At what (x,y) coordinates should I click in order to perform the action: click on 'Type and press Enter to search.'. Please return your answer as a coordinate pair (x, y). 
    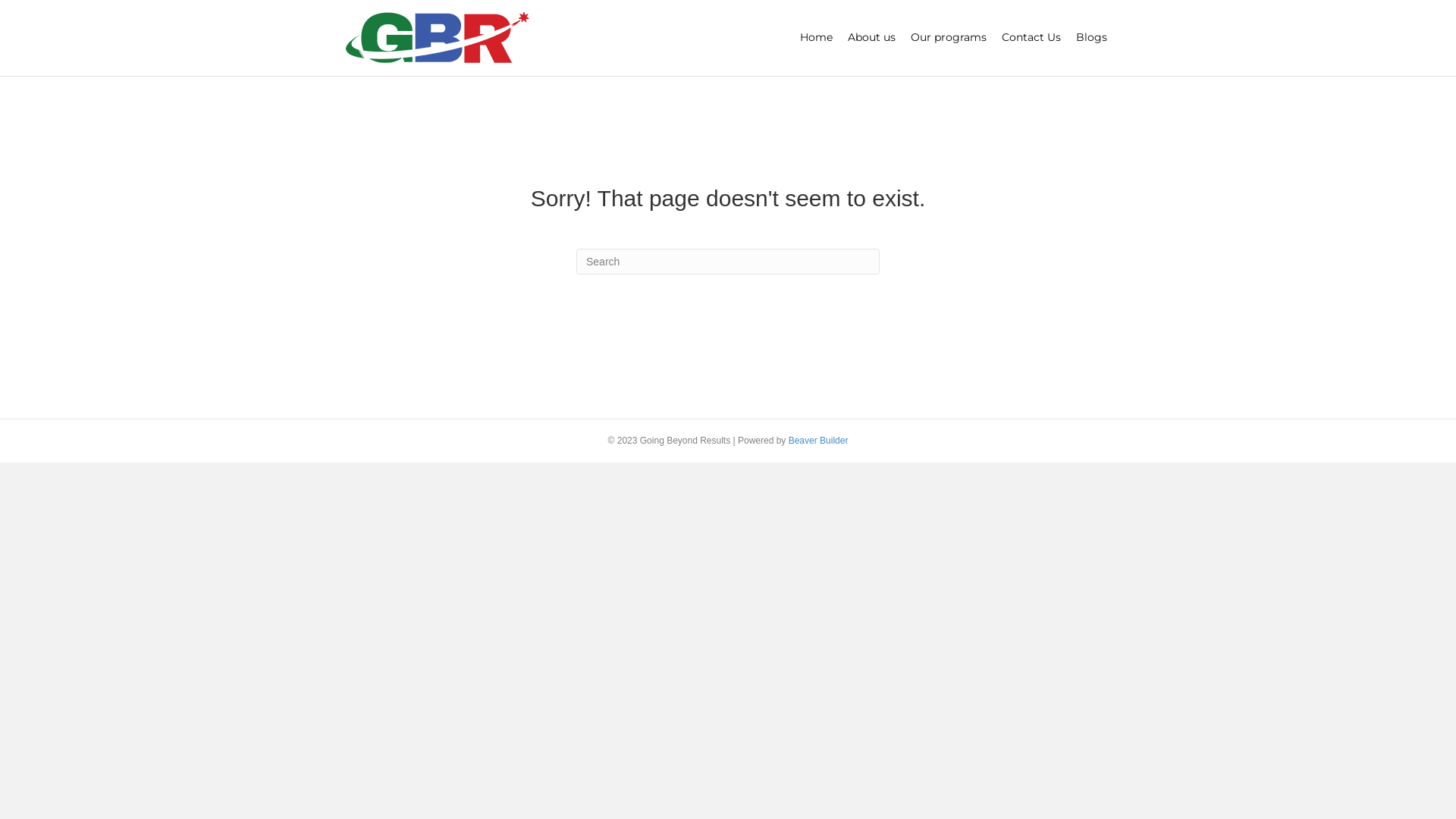
    Looking at the image, I should click on (728, 260).